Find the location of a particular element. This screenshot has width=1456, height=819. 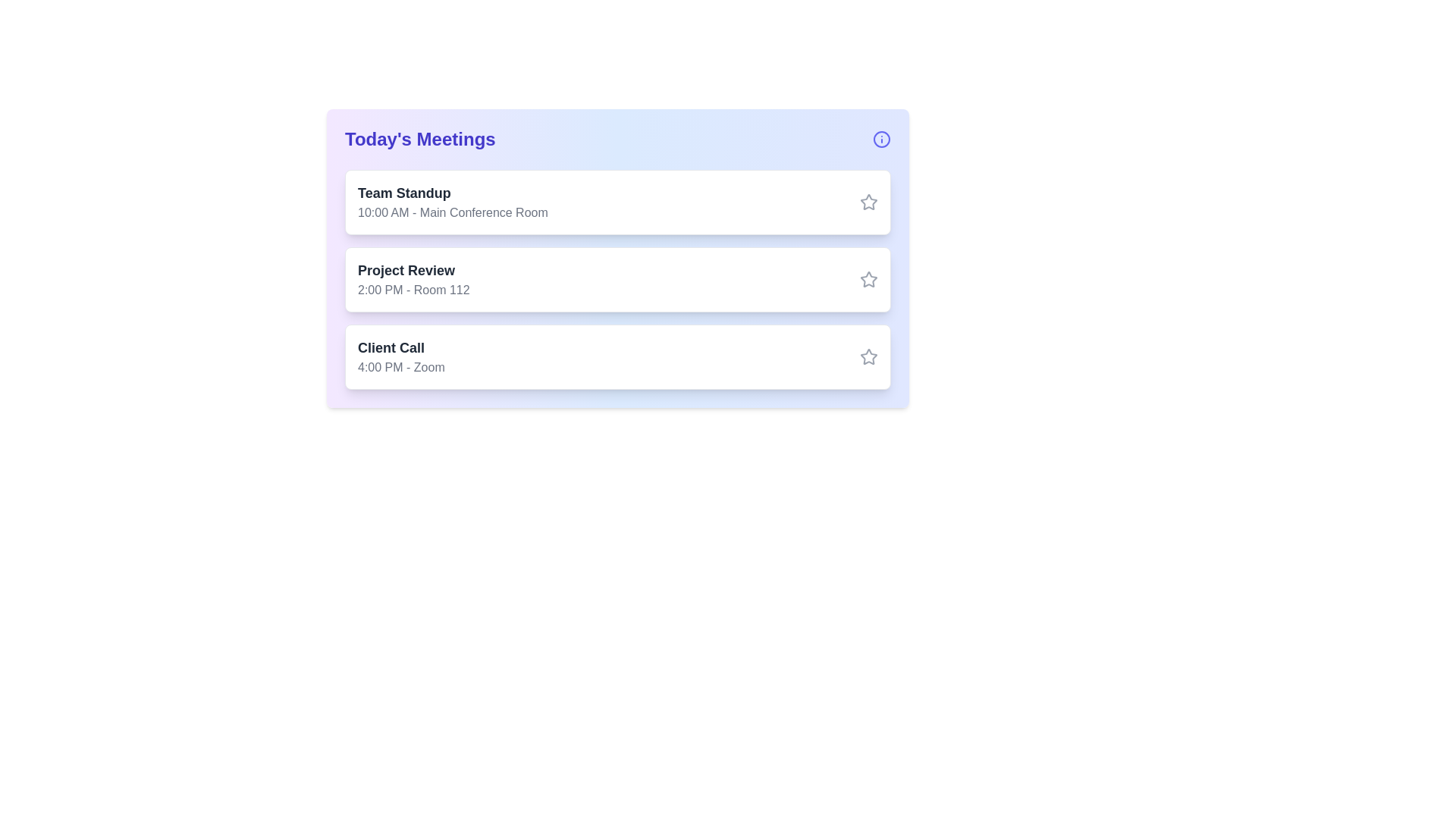

the second List Item in 'Today's Meetings' that displays a scheduled meeting's title, time, and location is located at coordinates (618, 280).